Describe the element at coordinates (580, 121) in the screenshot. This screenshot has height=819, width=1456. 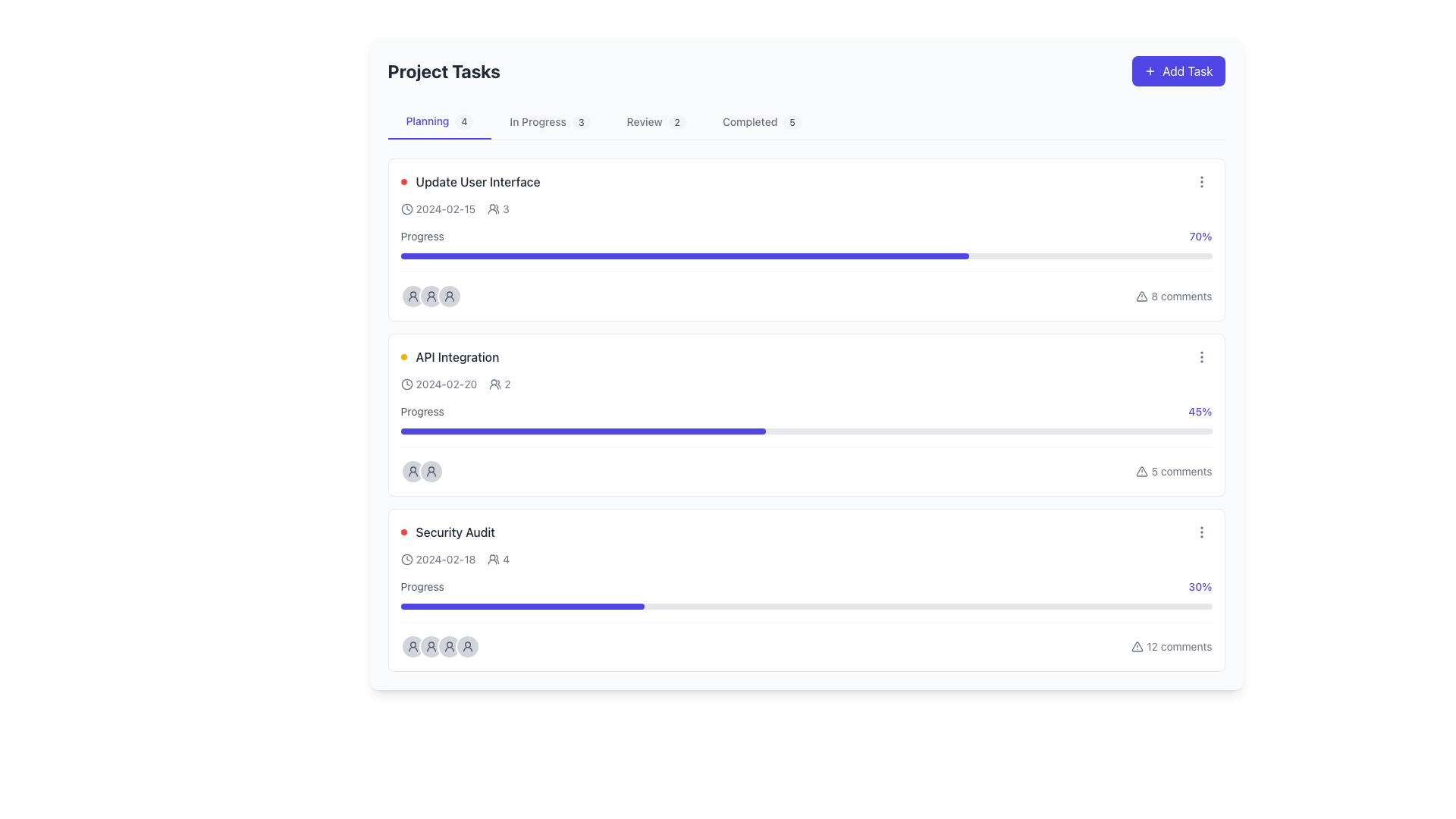
I see `the Count badge displaying the number '3' in the 'In Progress' tab of the navigation bar, which is positioned to the right of the 'In Progress' text label` at that location.